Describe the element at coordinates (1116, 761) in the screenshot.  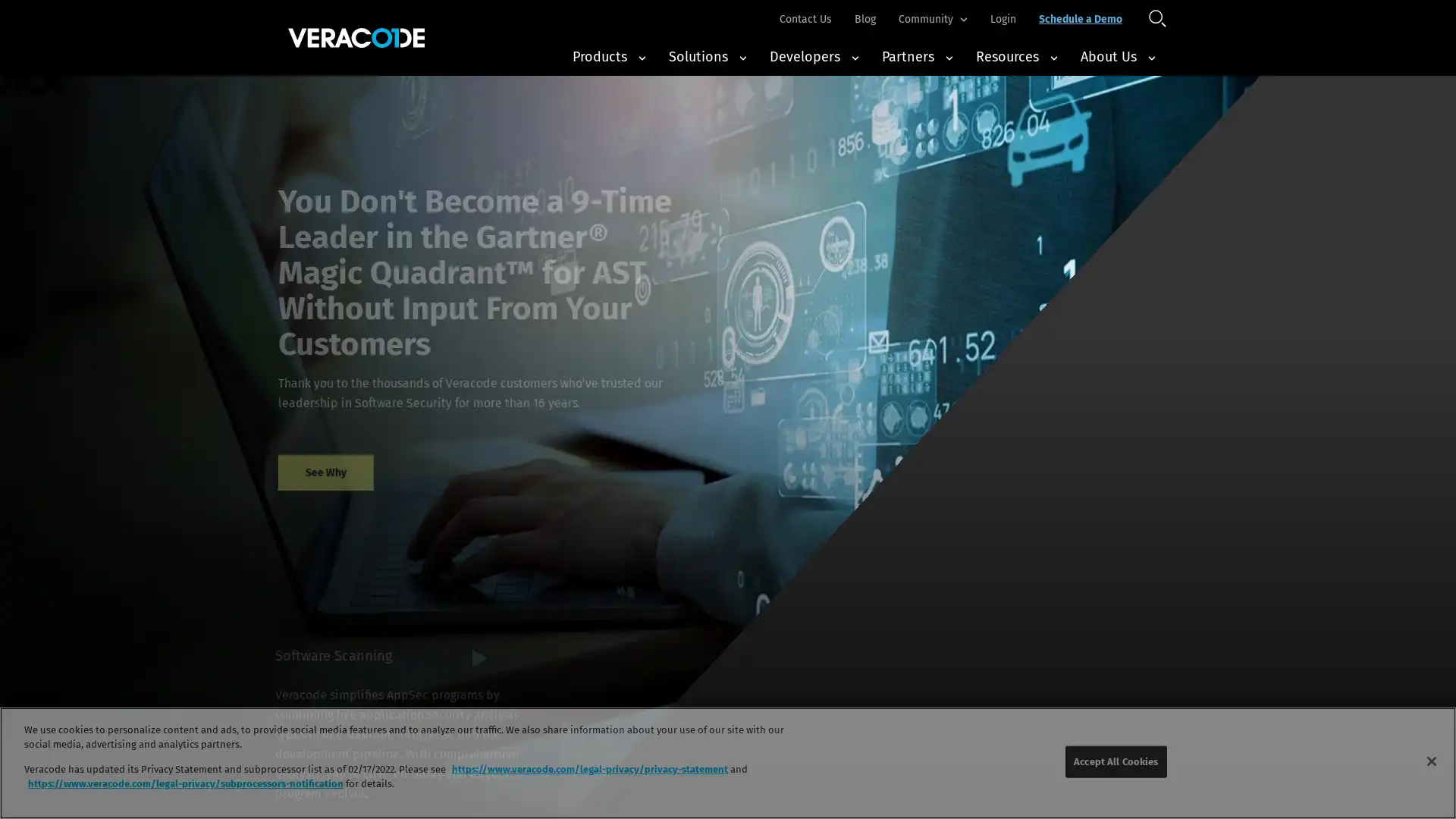
I see `Accept All Cookies` at that location.